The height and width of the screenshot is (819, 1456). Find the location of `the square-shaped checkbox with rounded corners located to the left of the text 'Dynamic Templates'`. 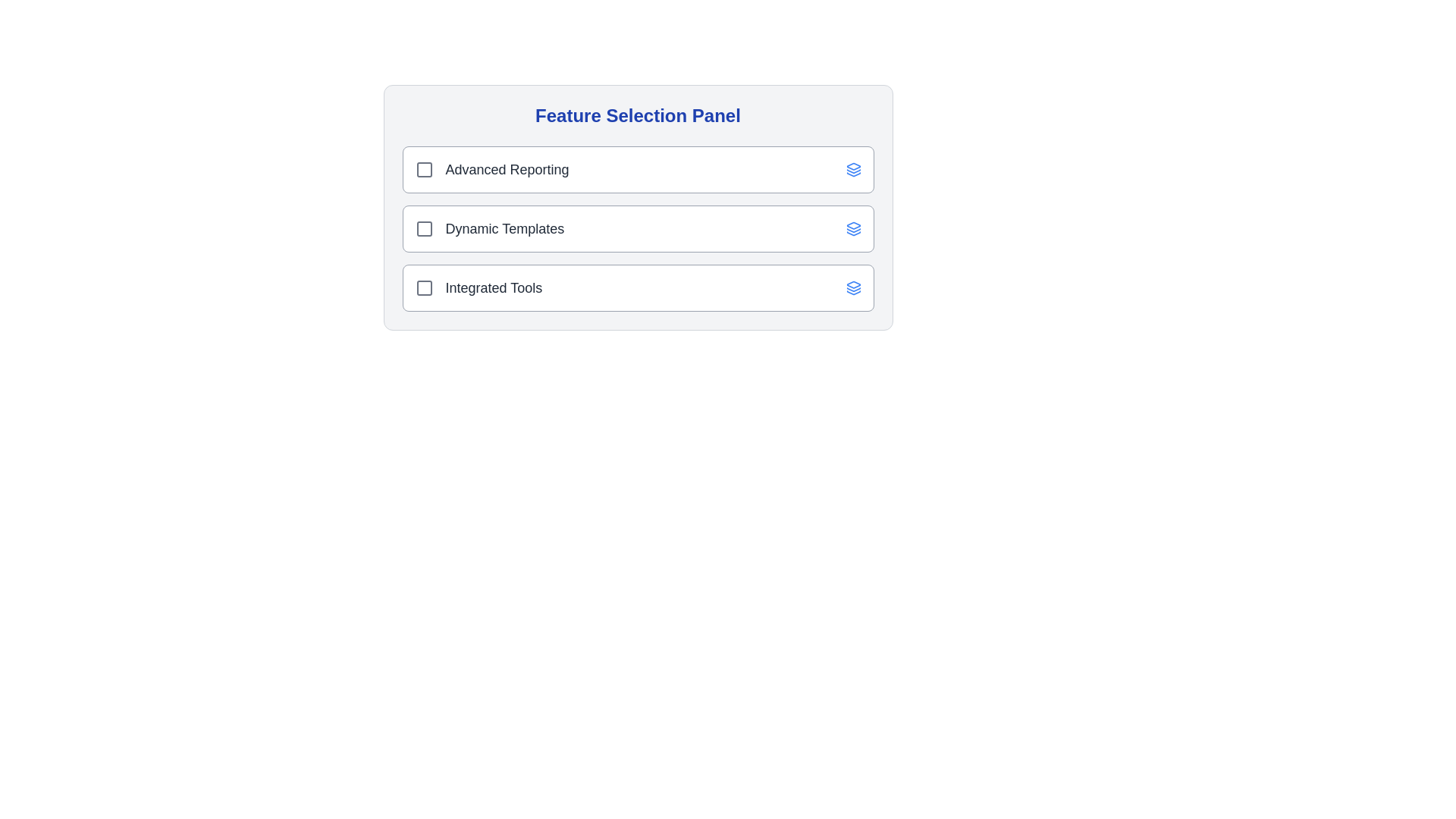

the square-shaped checkbox with rounded corners located to the left of the text 'Dynamic Templates' is located at coordinates (424, 228).